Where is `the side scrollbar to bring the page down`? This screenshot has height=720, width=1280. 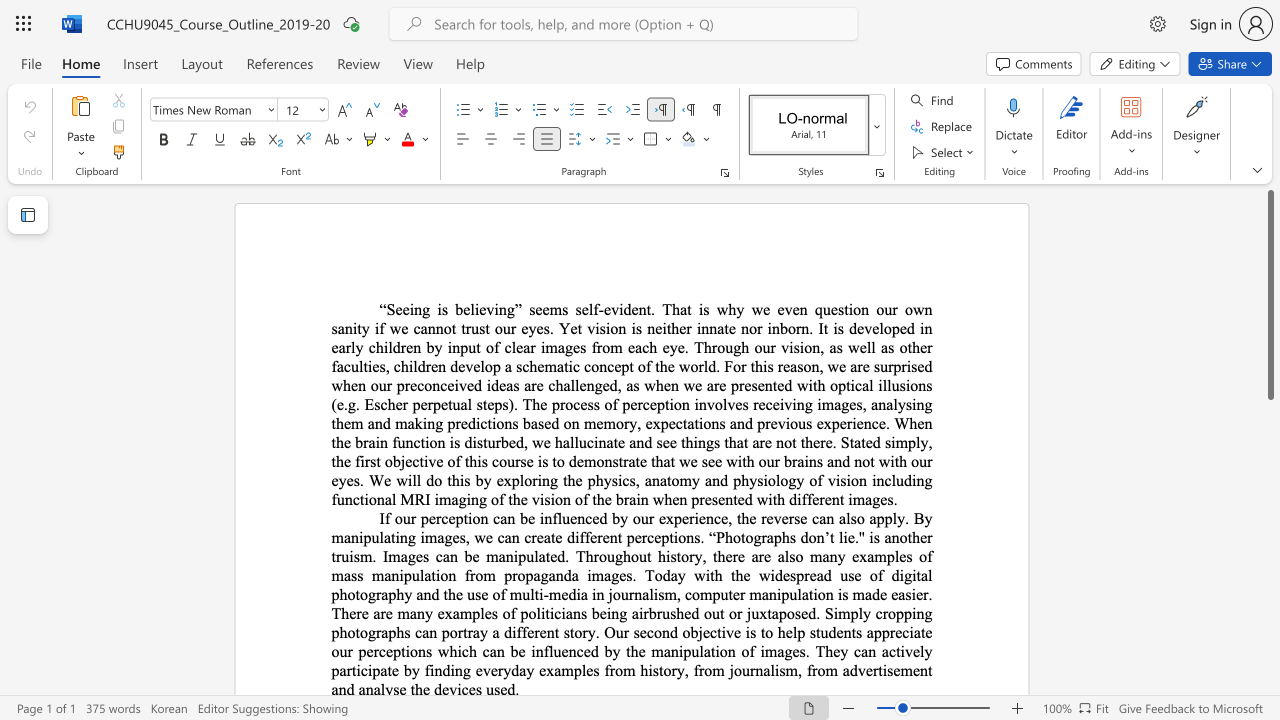 the side scrollbar to bring the page down is located at coordinates (1269, 678).